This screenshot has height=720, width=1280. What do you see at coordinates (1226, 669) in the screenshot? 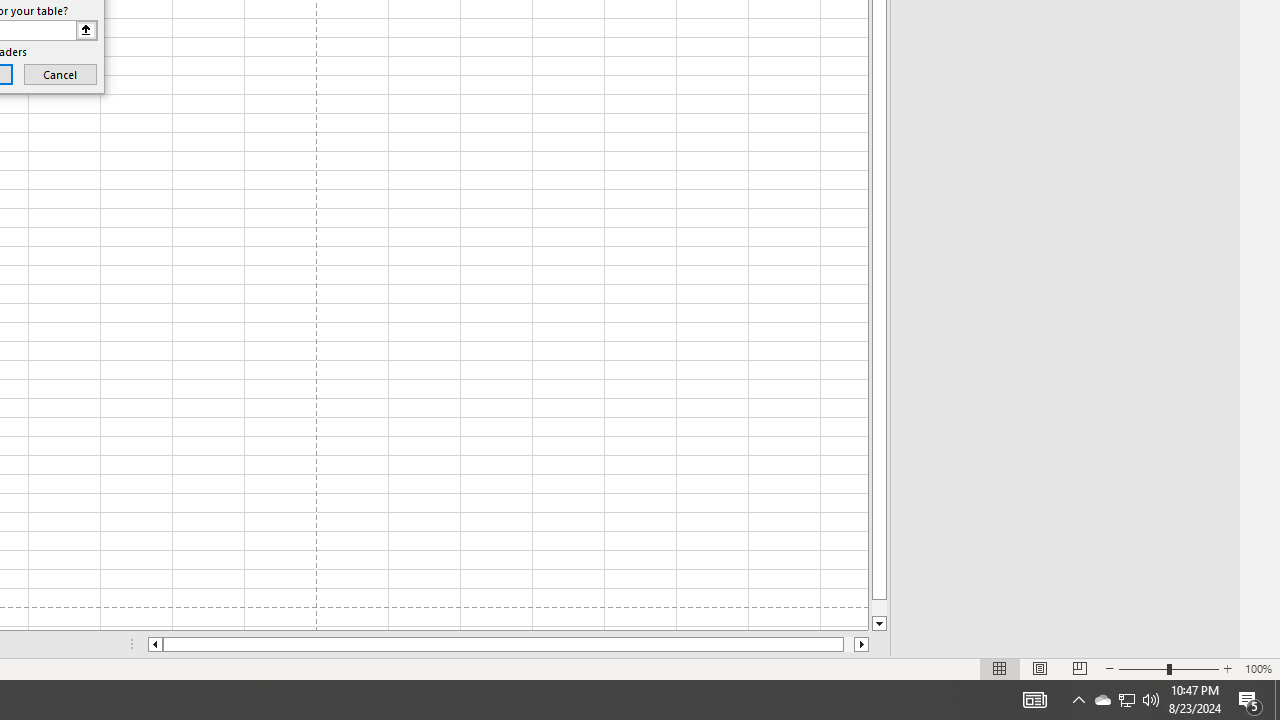
I see `'Zoom In'` at bounding box center [1226, 669].